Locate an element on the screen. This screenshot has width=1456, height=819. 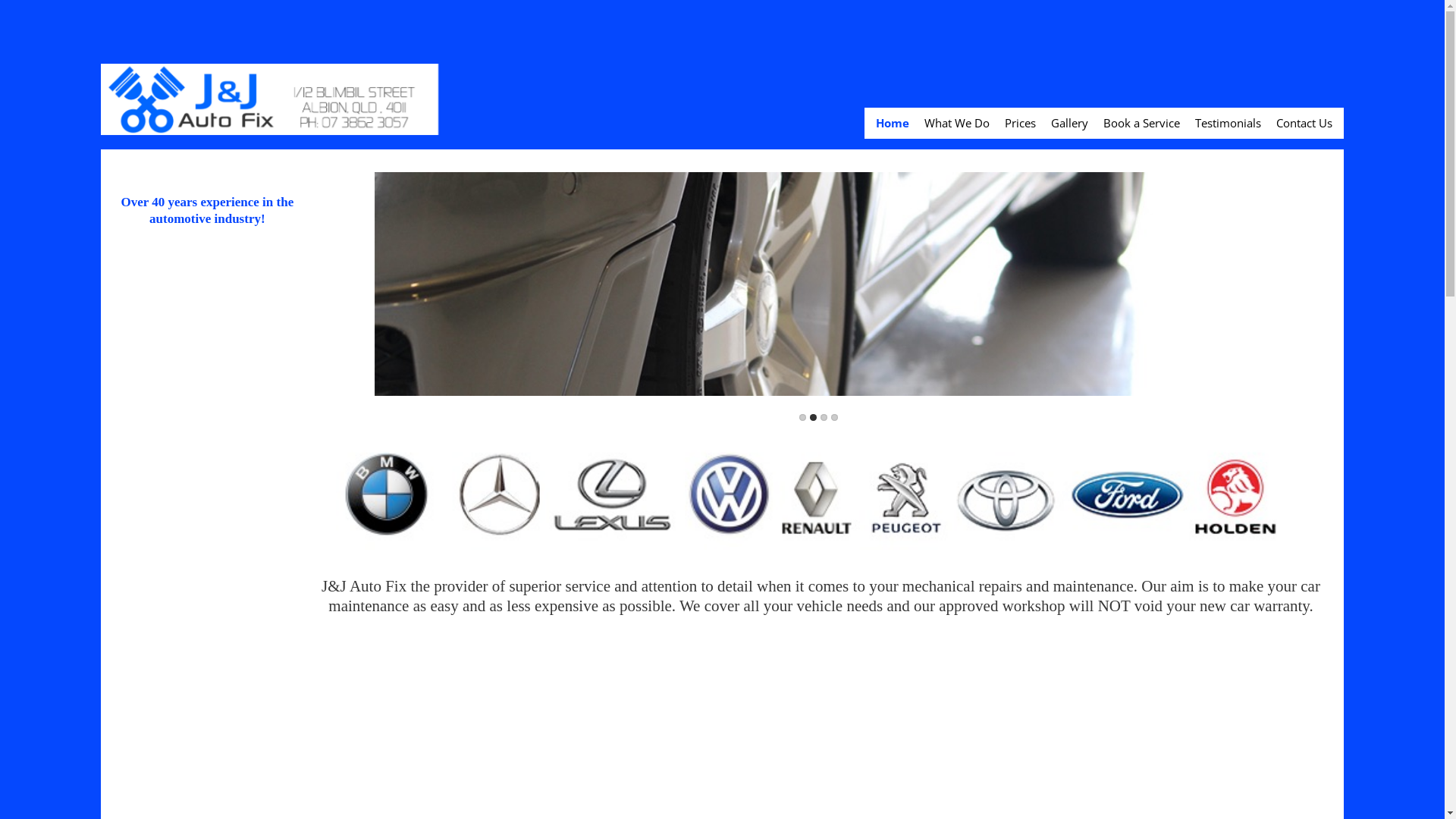
'What We Do' is located at coordinates (924, 122).